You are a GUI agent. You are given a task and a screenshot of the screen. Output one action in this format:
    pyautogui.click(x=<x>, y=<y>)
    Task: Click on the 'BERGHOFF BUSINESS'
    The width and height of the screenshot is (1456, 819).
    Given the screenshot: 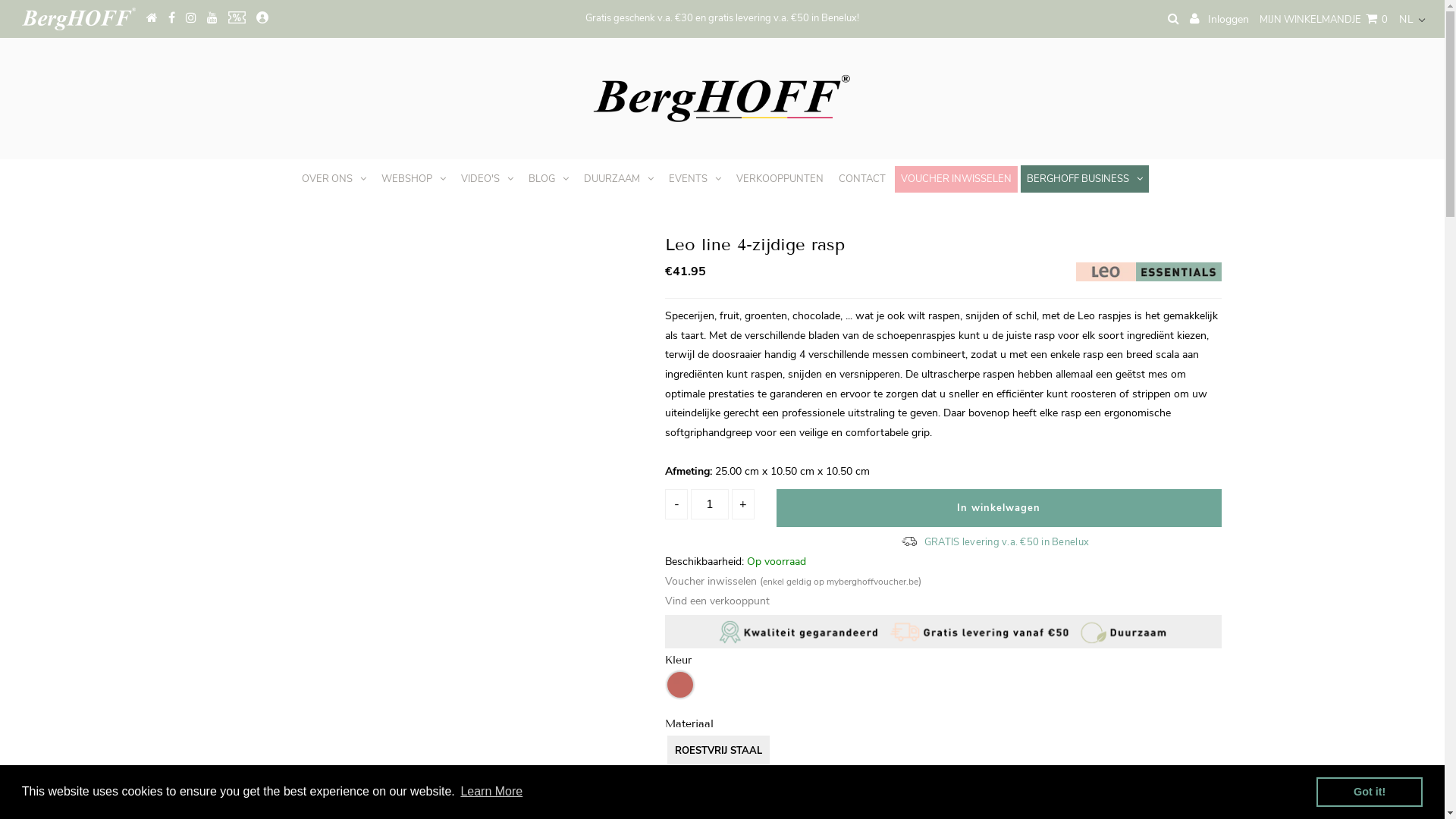 What is the action you would take?
    pyautogui.click(x=1084, y=177)
    